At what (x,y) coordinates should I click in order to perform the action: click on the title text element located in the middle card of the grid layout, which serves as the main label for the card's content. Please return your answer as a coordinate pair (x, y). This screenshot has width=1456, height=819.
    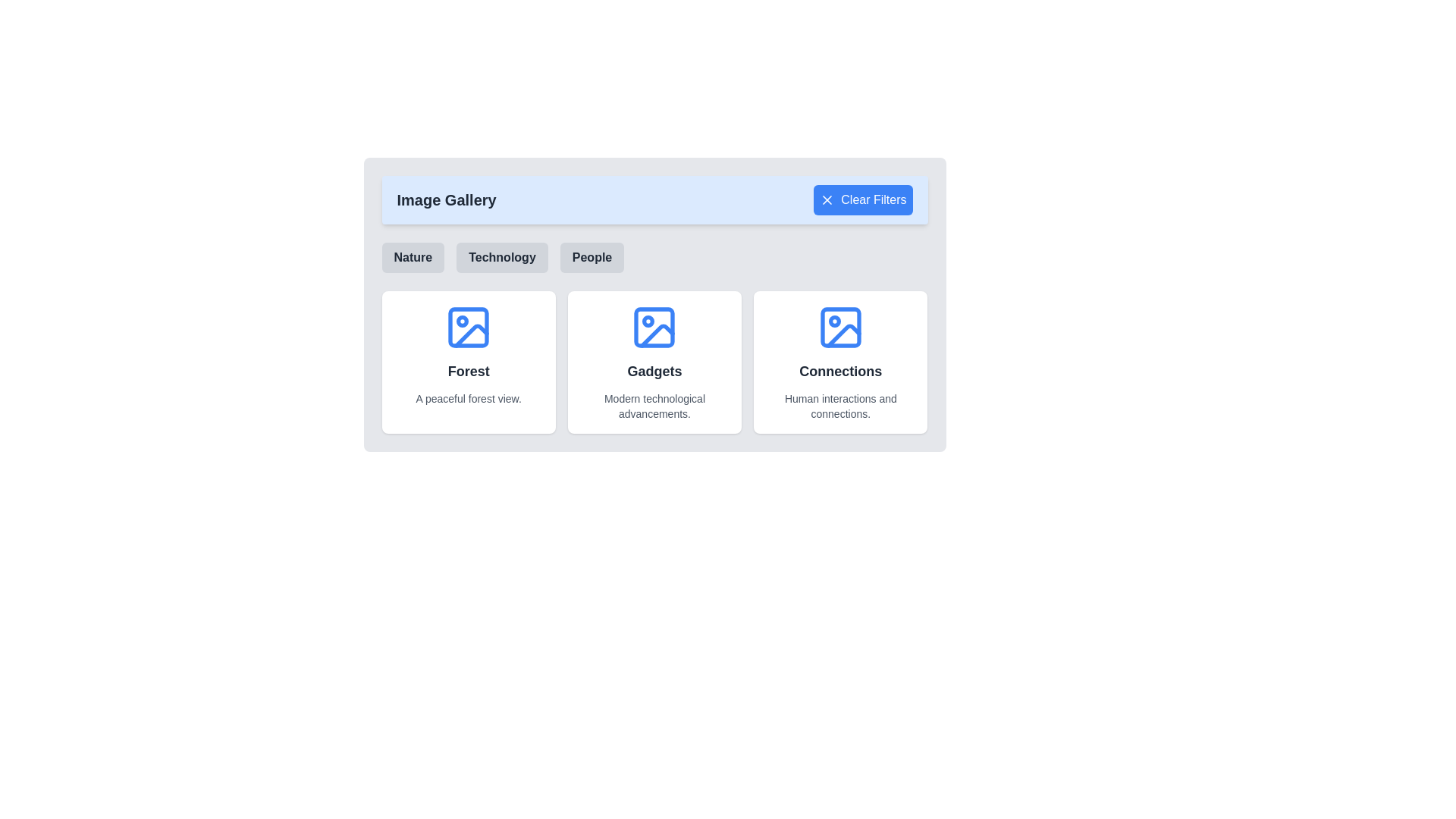
    Looking at the image, I should click on (654, 371).